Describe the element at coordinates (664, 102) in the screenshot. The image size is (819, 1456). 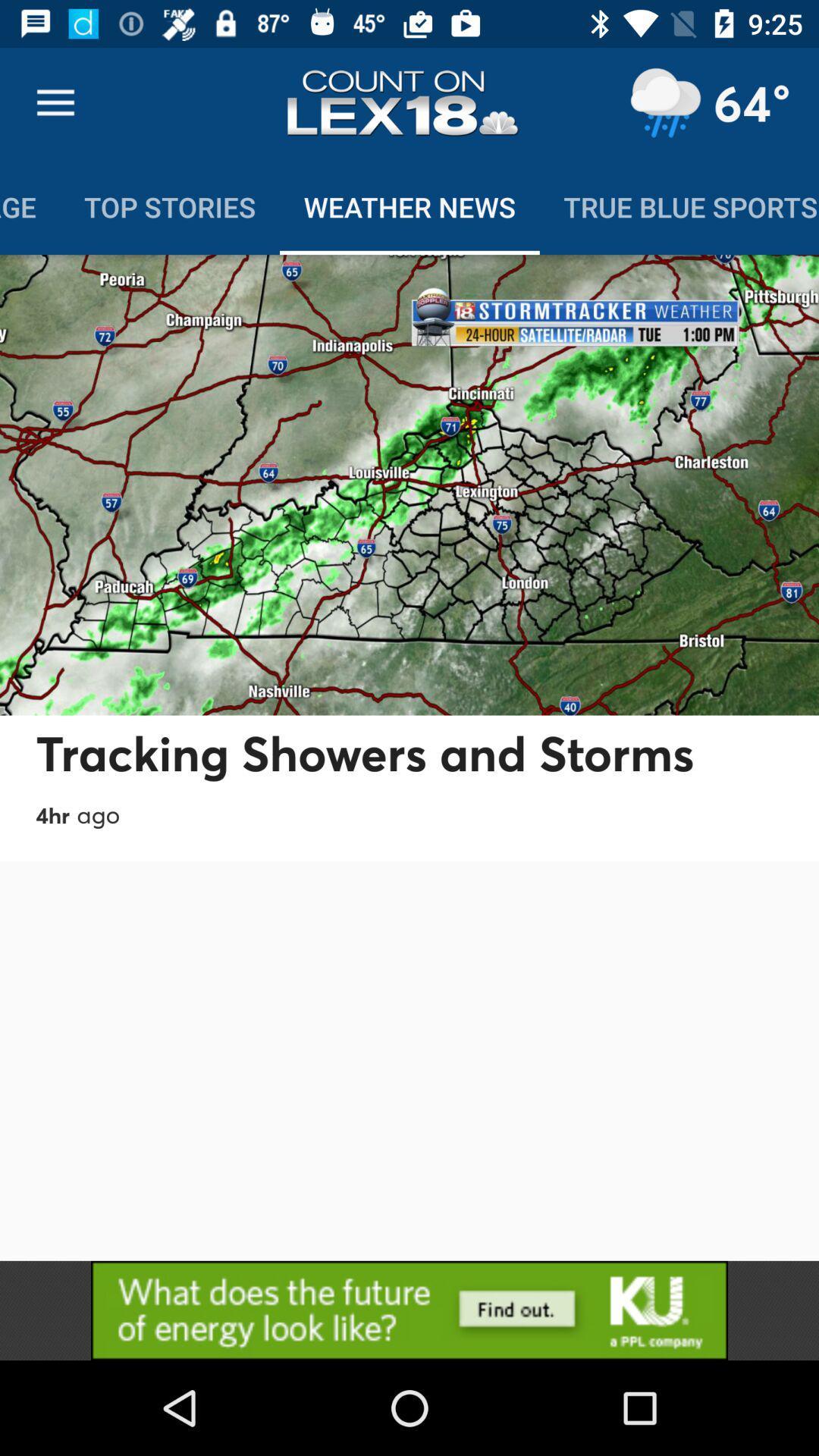
I see `show perception` at that location.